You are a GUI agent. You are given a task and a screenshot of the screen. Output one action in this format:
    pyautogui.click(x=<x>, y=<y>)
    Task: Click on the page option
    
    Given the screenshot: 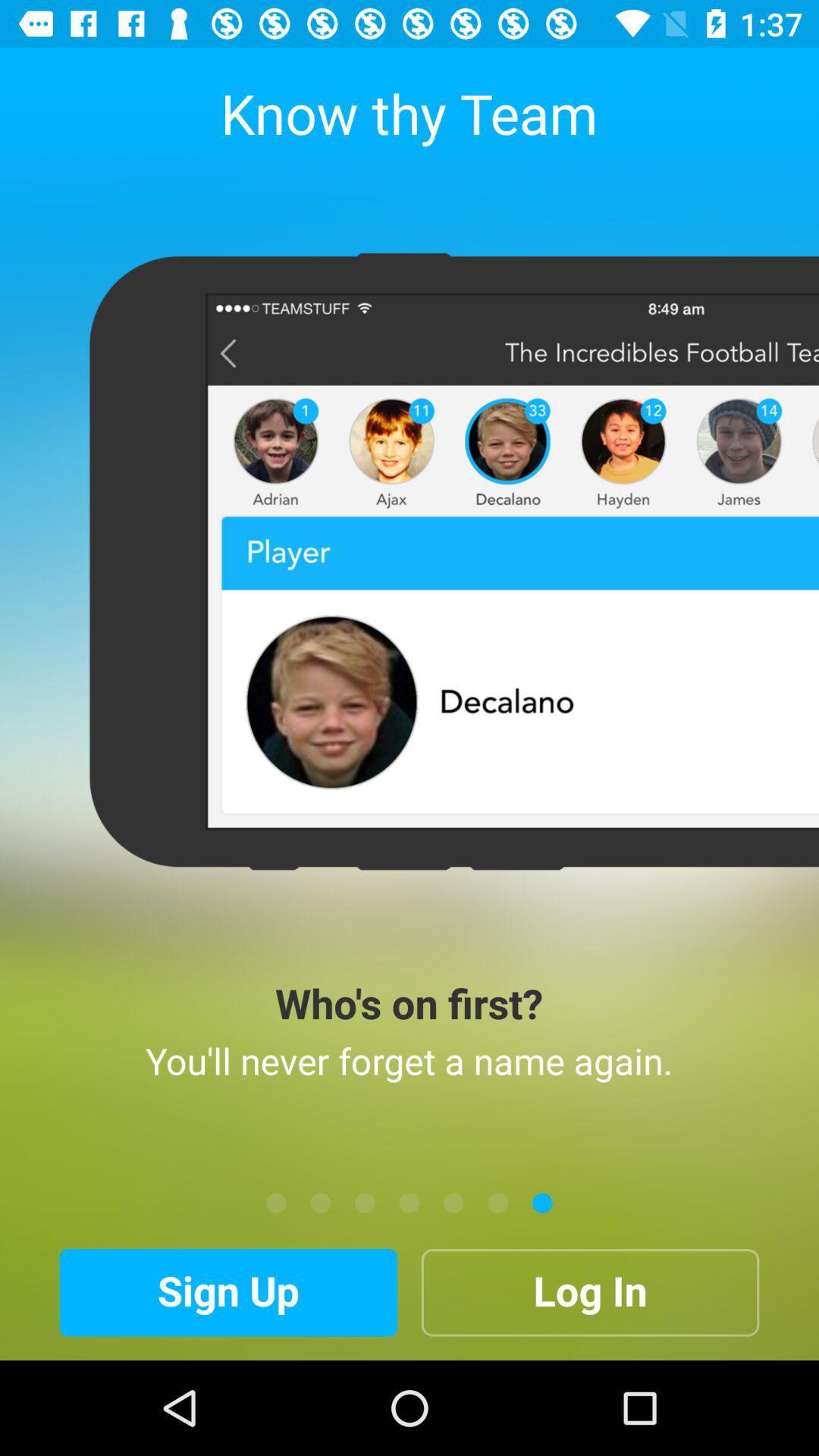 What is the action you would take?
    pyautogui.click(x=409, y=1202)
    